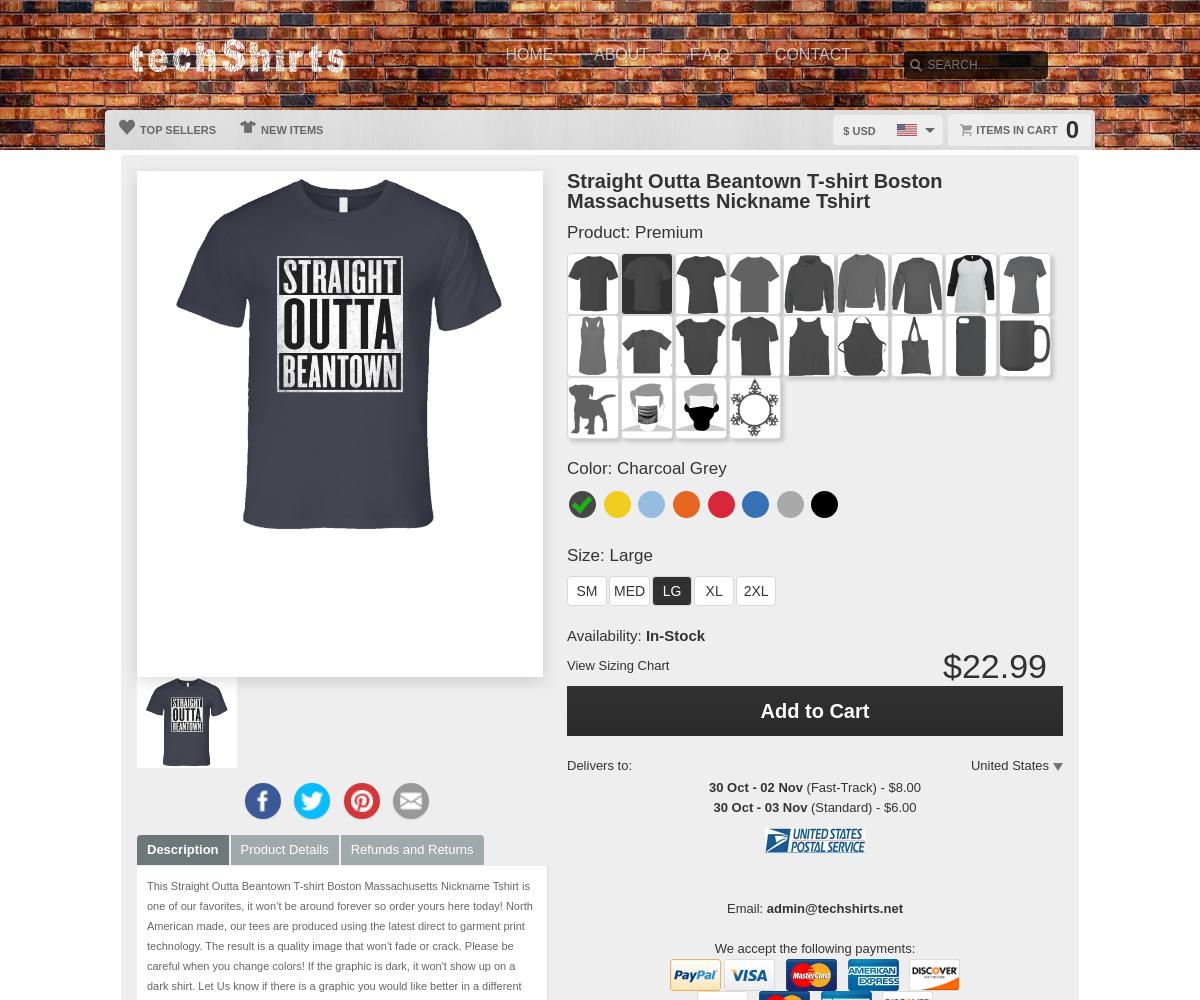  What do you see at coordinates (754, 787) in the screenshot?
I see `'30 Oct - 02 Nov'` at bounding box center [754, 787].